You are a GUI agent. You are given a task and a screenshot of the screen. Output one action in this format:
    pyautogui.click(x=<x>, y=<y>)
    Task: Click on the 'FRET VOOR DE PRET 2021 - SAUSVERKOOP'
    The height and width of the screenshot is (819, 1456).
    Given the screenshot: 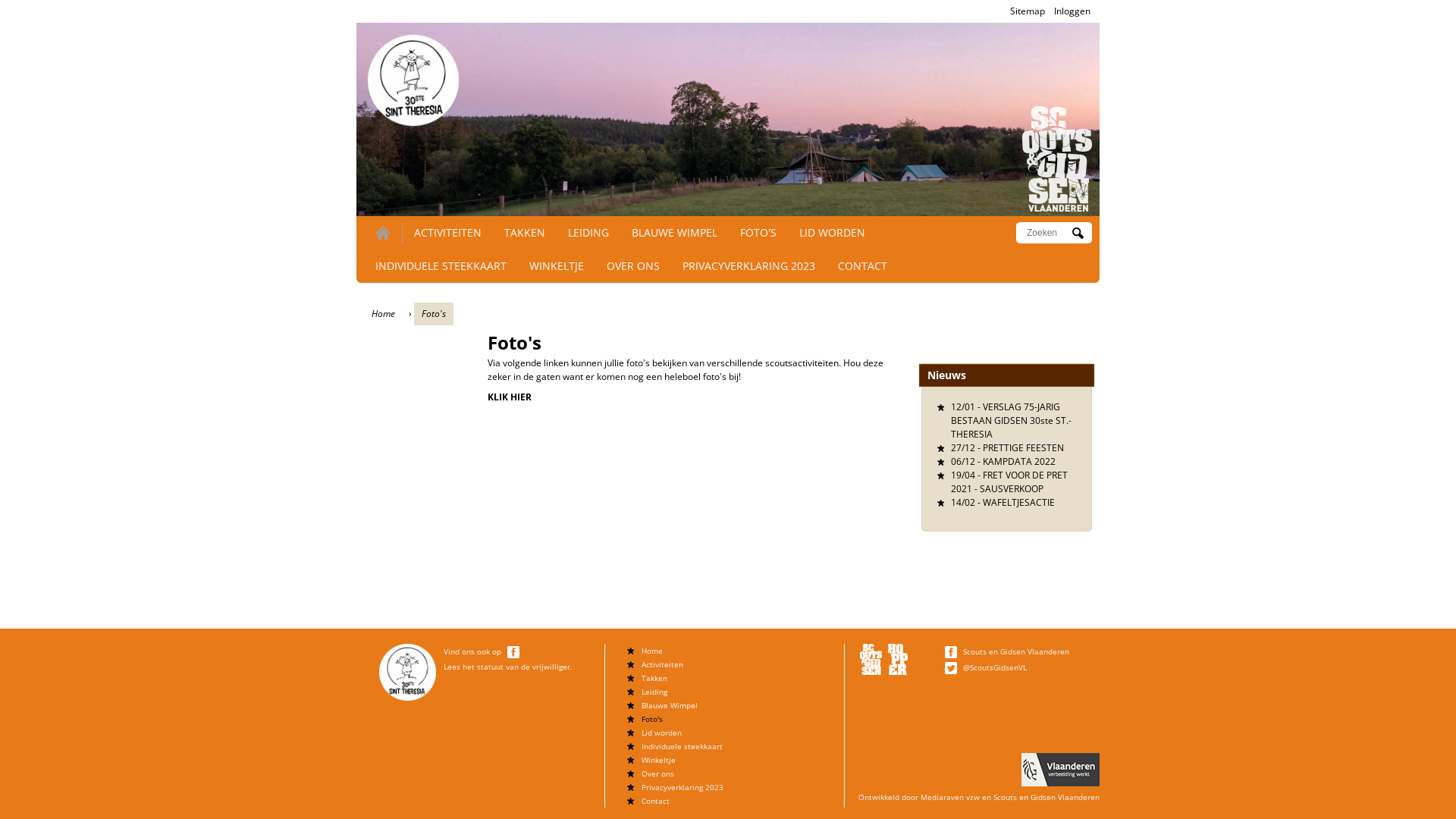 What is the action you would take?
    pyautogui.click(x=1009, y=482)
    